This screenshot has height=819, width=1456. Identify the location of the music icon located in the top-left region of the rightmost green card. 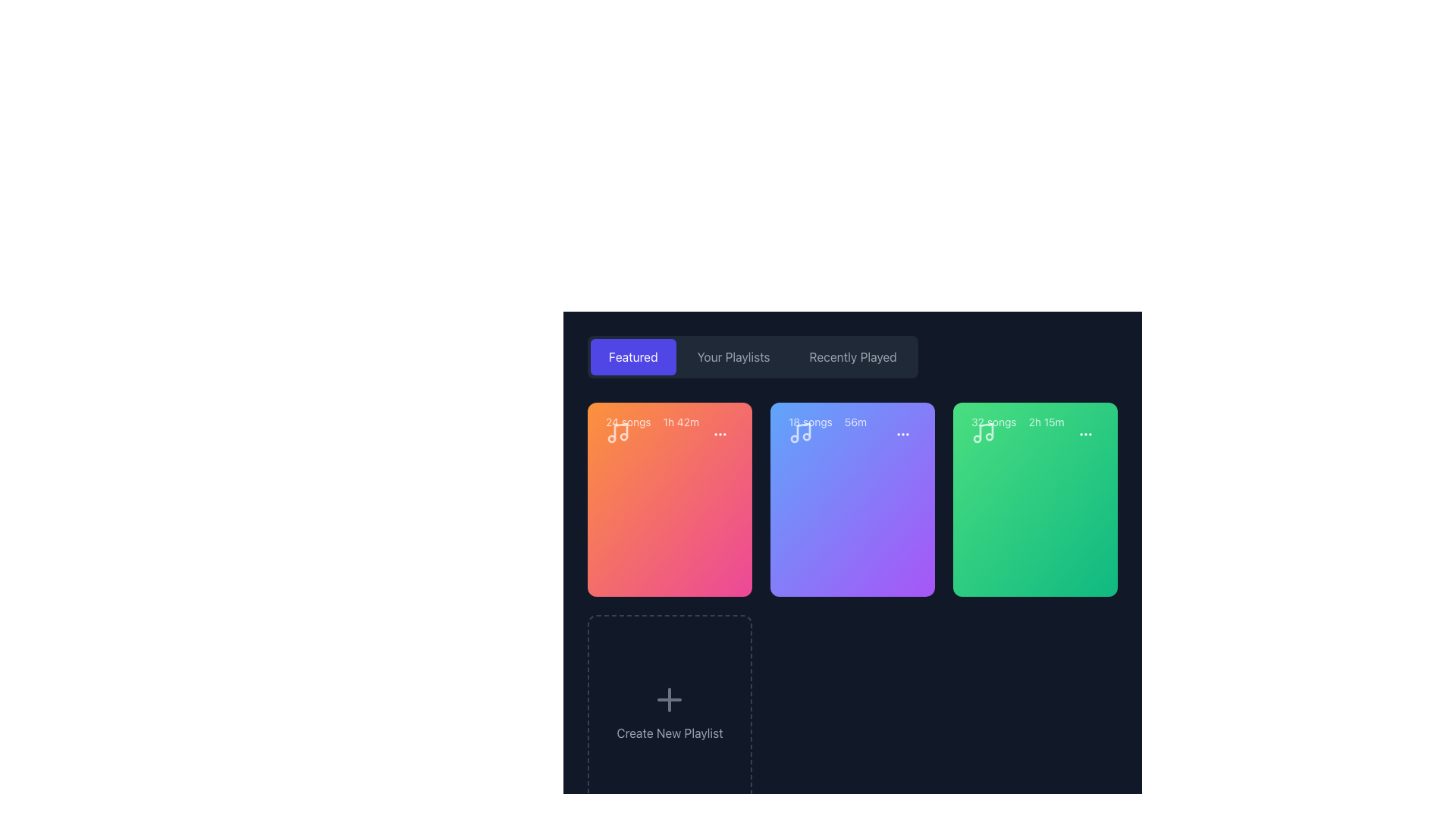
(983, 432).